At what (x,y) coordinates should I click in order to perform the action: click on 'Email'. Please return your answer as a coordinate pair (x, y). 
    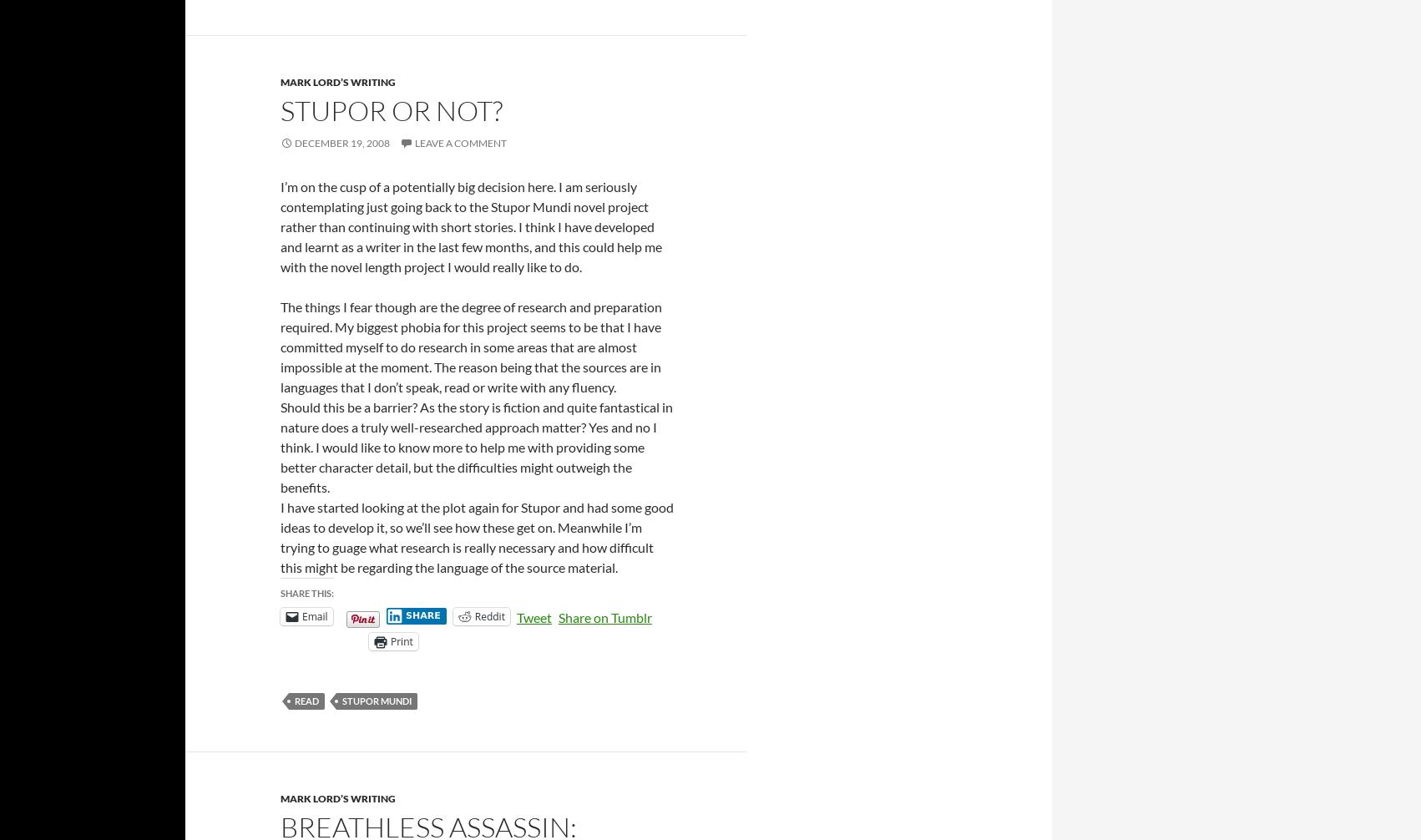
    Looking at the image, I should click on (302, 615).